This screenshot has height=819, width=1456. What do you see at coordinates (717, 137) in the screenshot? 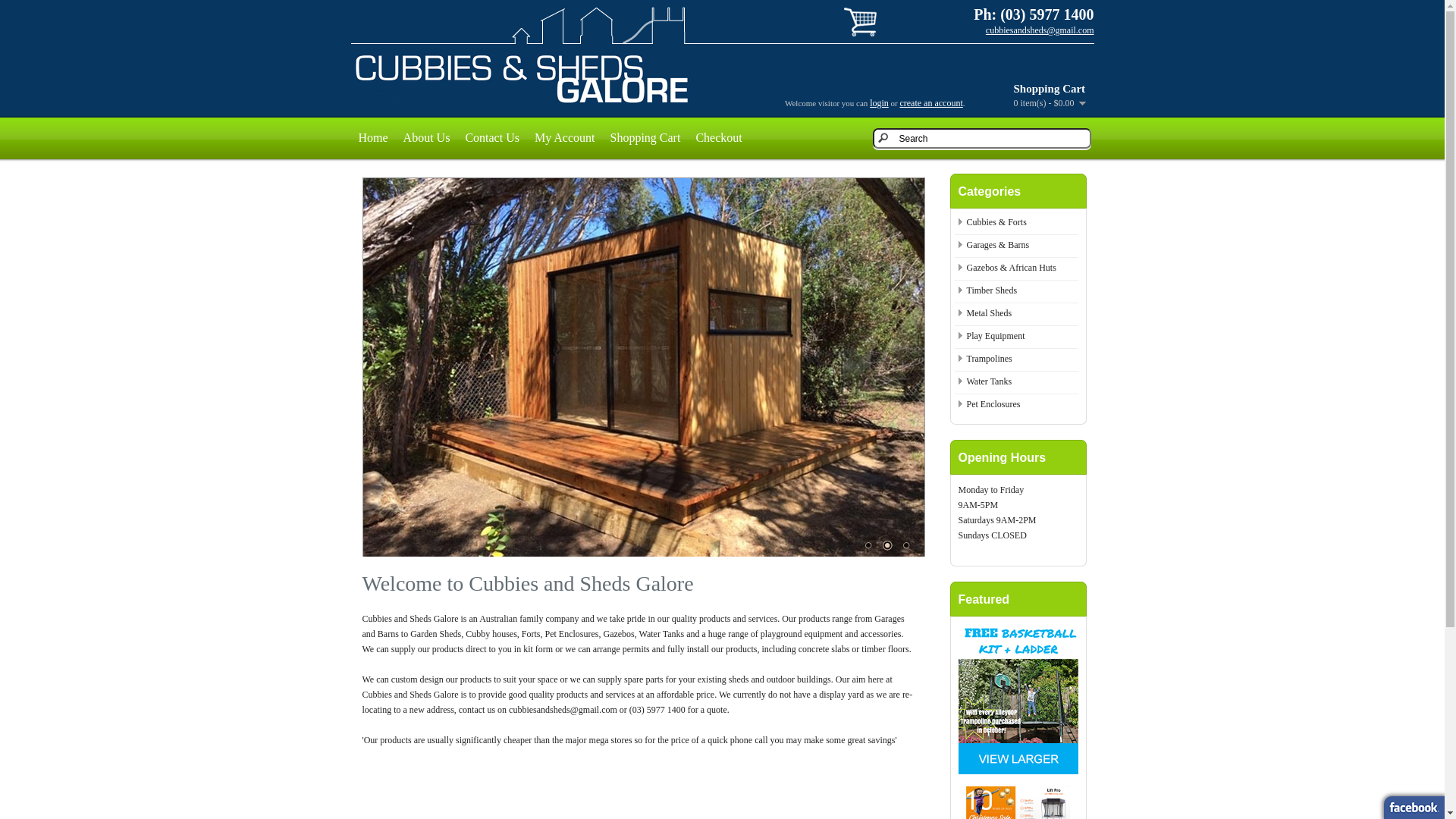
I see `'Checkout'` at bounding box center [717, 137].